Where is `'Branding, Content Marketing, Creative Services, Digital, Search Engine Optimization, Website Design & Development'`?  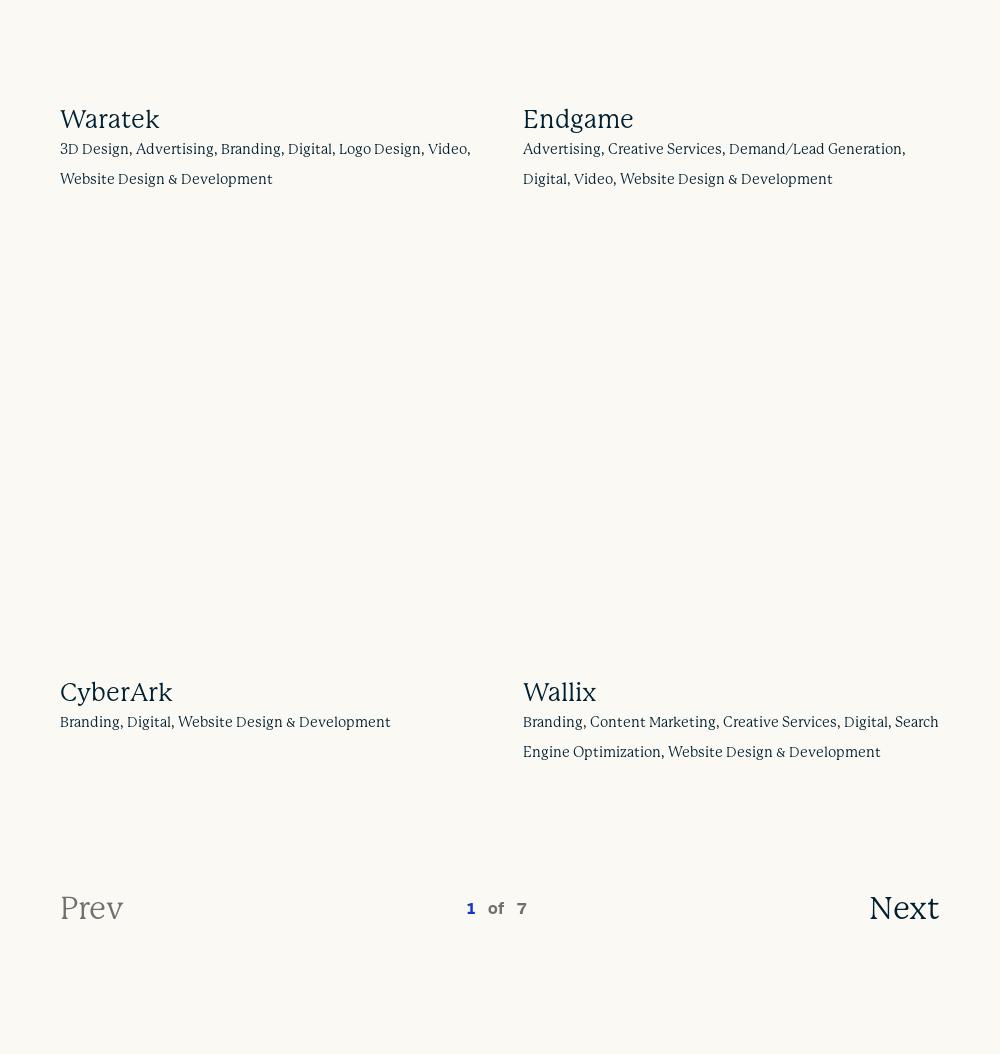
'Branding, Content Marketing, Creative Services, Digital, Search Engine Optimization, Website Design & Development' is located at coordinates (729, 735).